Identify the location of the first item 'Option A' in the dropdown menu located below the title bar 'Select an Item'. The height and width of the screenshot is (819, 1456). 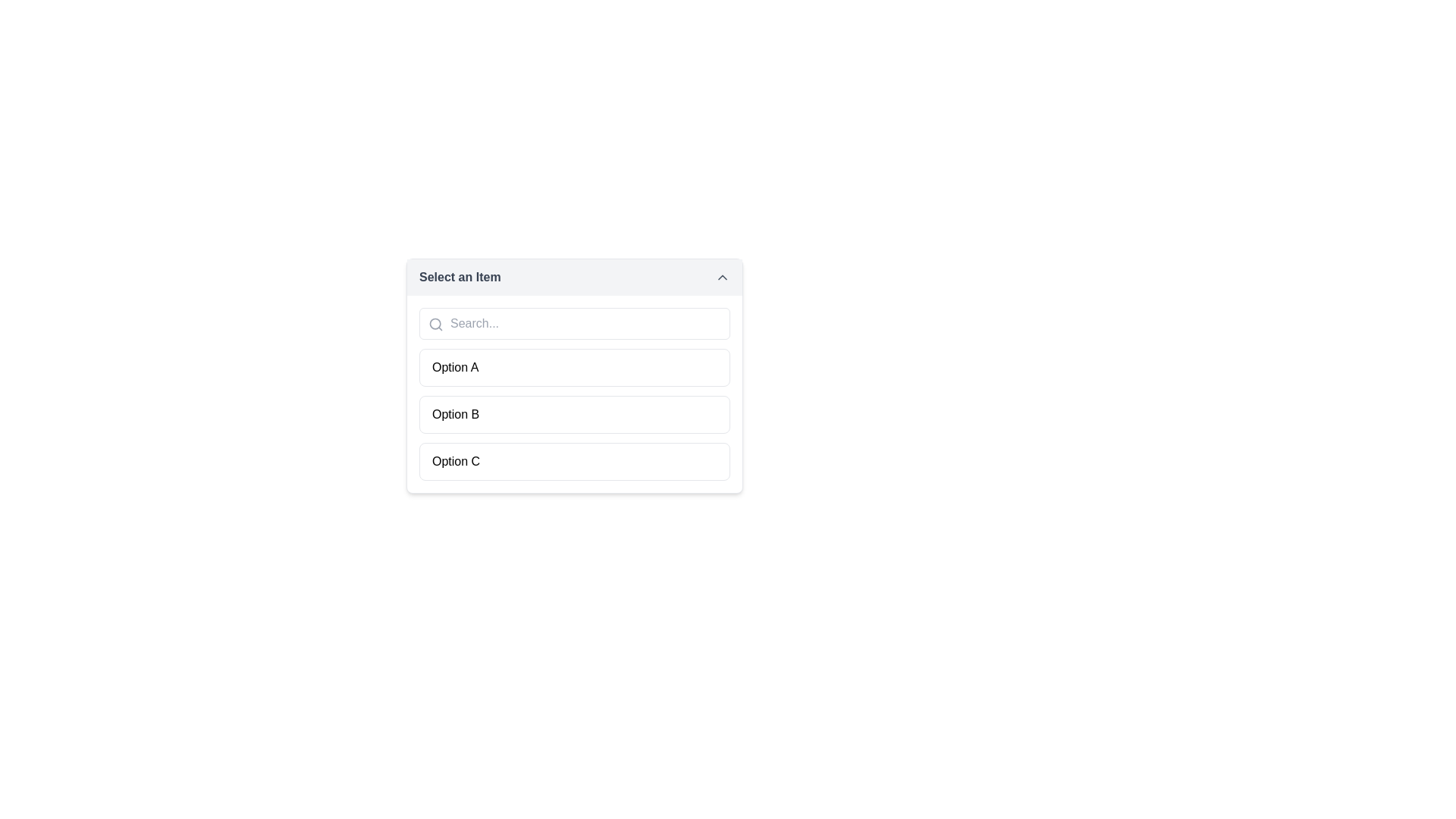
(574, 375).